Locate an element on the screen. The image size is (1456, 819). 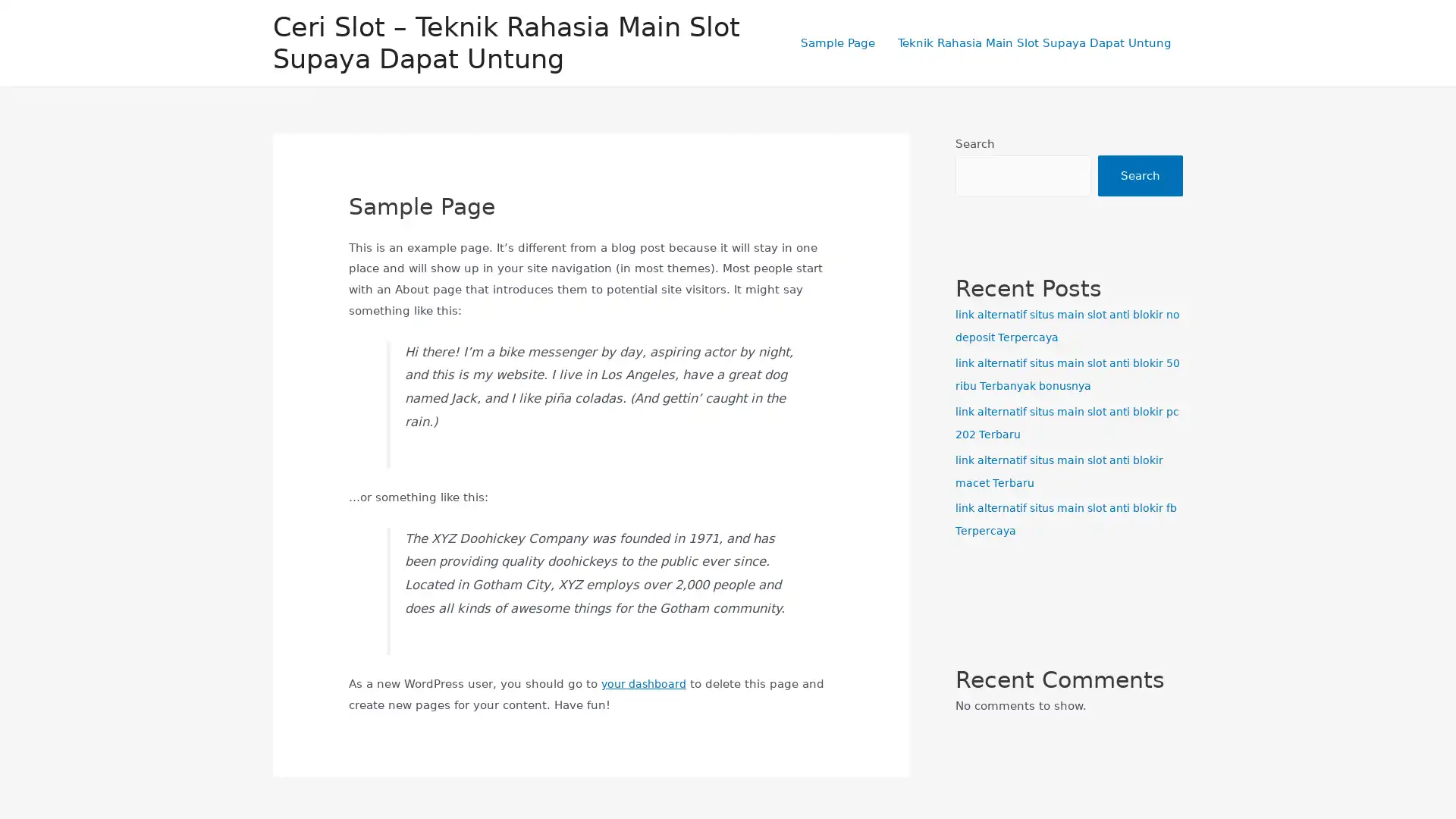
Search is located at coordinates (1140, 175).